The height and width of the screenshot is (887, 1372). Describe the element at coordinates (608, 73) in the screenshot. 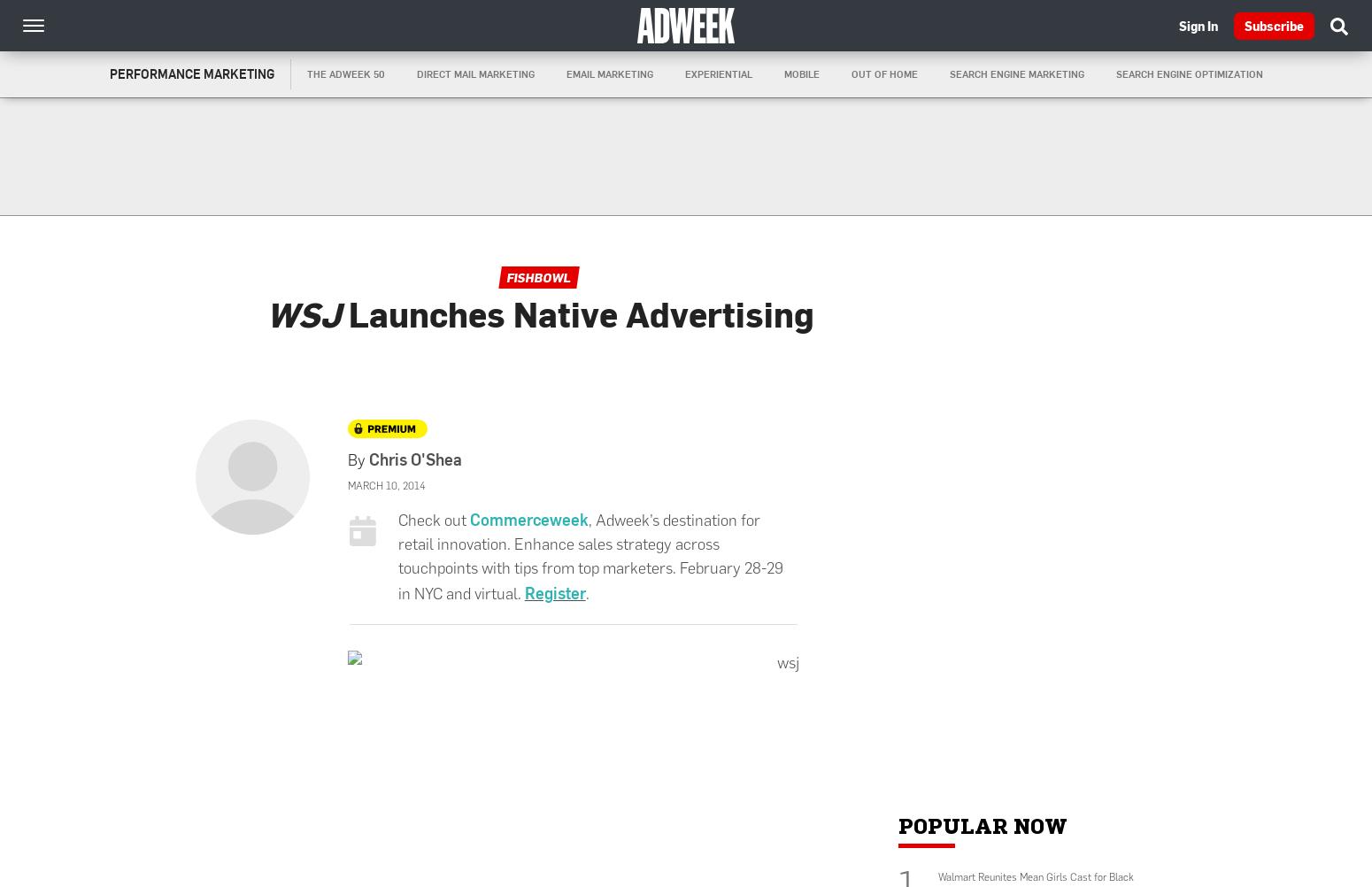

I see `'Email Marketing'` at that location.